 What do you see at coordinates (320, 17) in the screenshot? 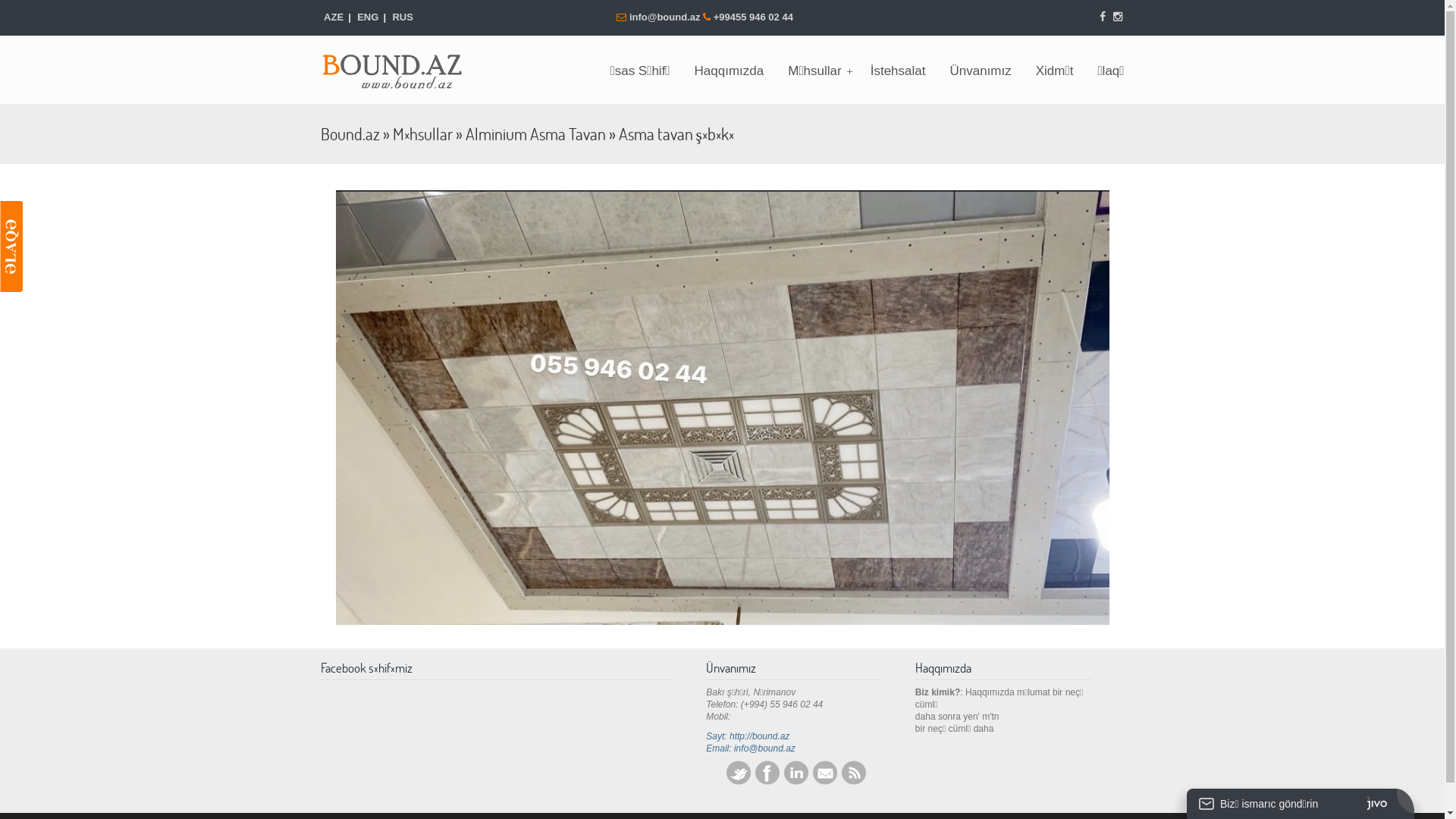
I see `'AZE'` at bounding box center [320, 17].